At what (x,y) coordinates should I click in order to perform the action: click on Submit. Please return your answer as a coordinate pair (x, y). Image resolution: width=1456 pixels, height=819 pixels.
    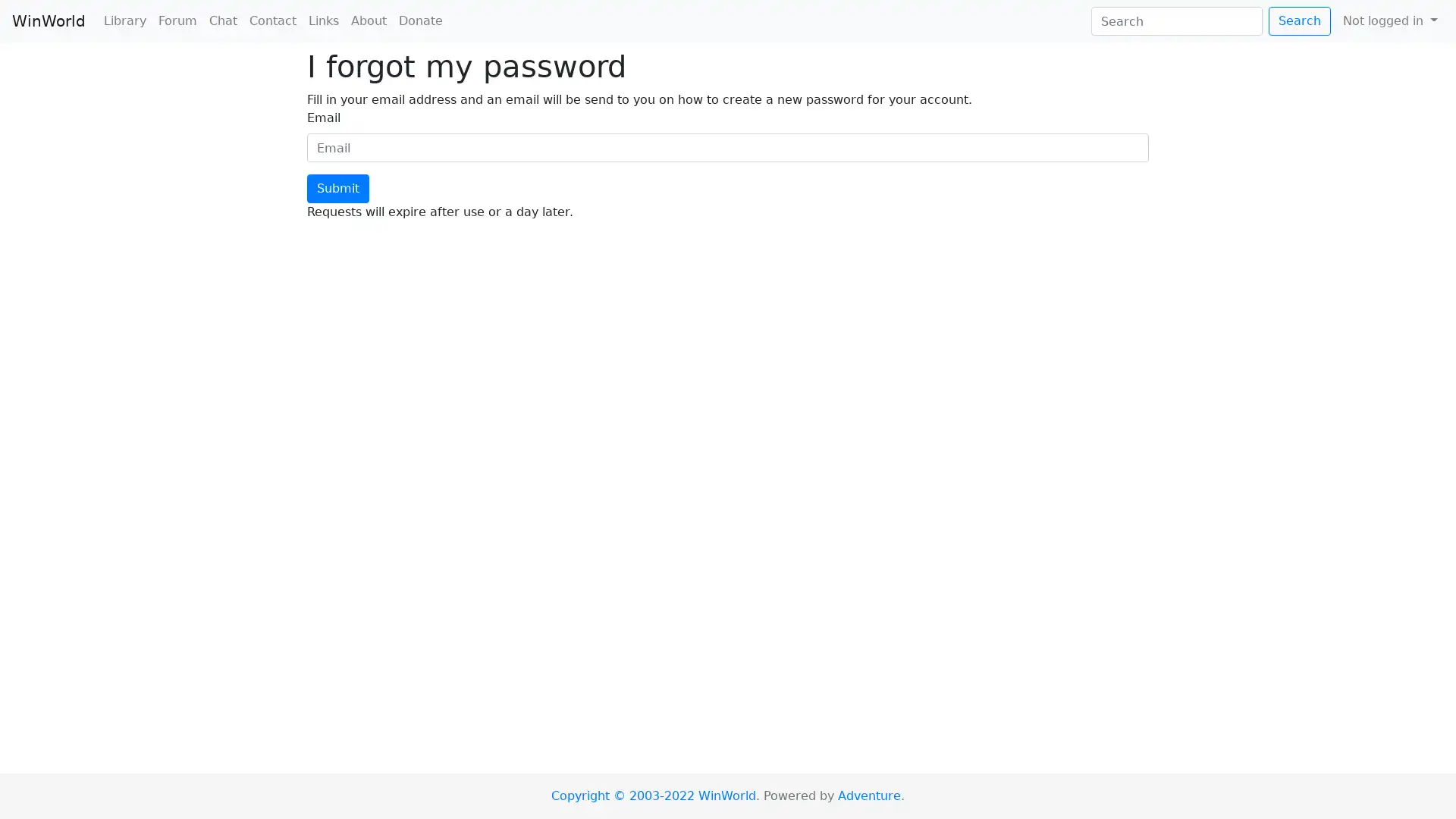
    Looking at the image, I should click on (337, 188).